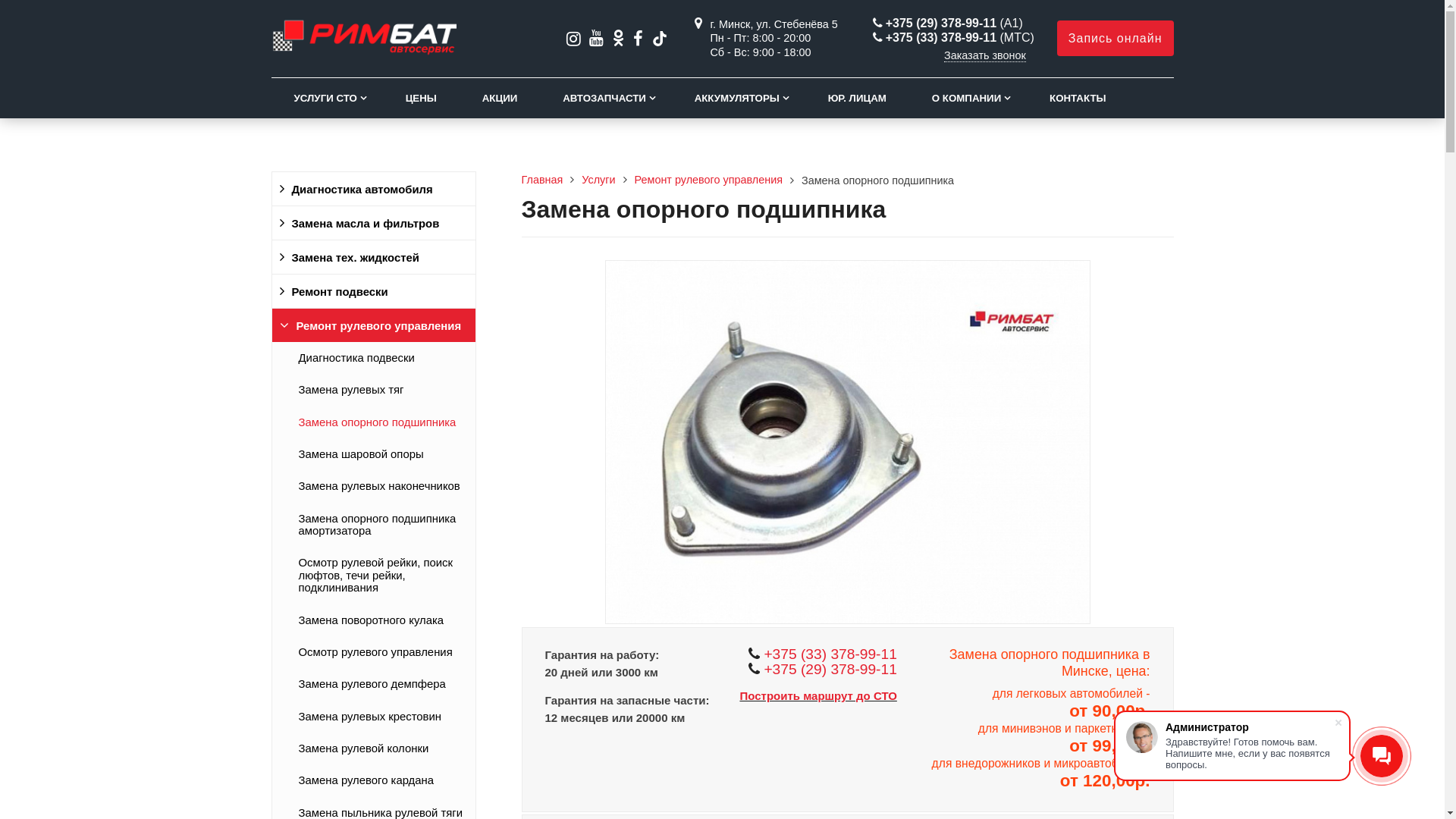 The image size is (1456, 819). What do you see at coordinates (946, 23) in the screenshot?
I see `'+375 (29) 378-99-11 (A1)'` at bounding box center [946, 23].